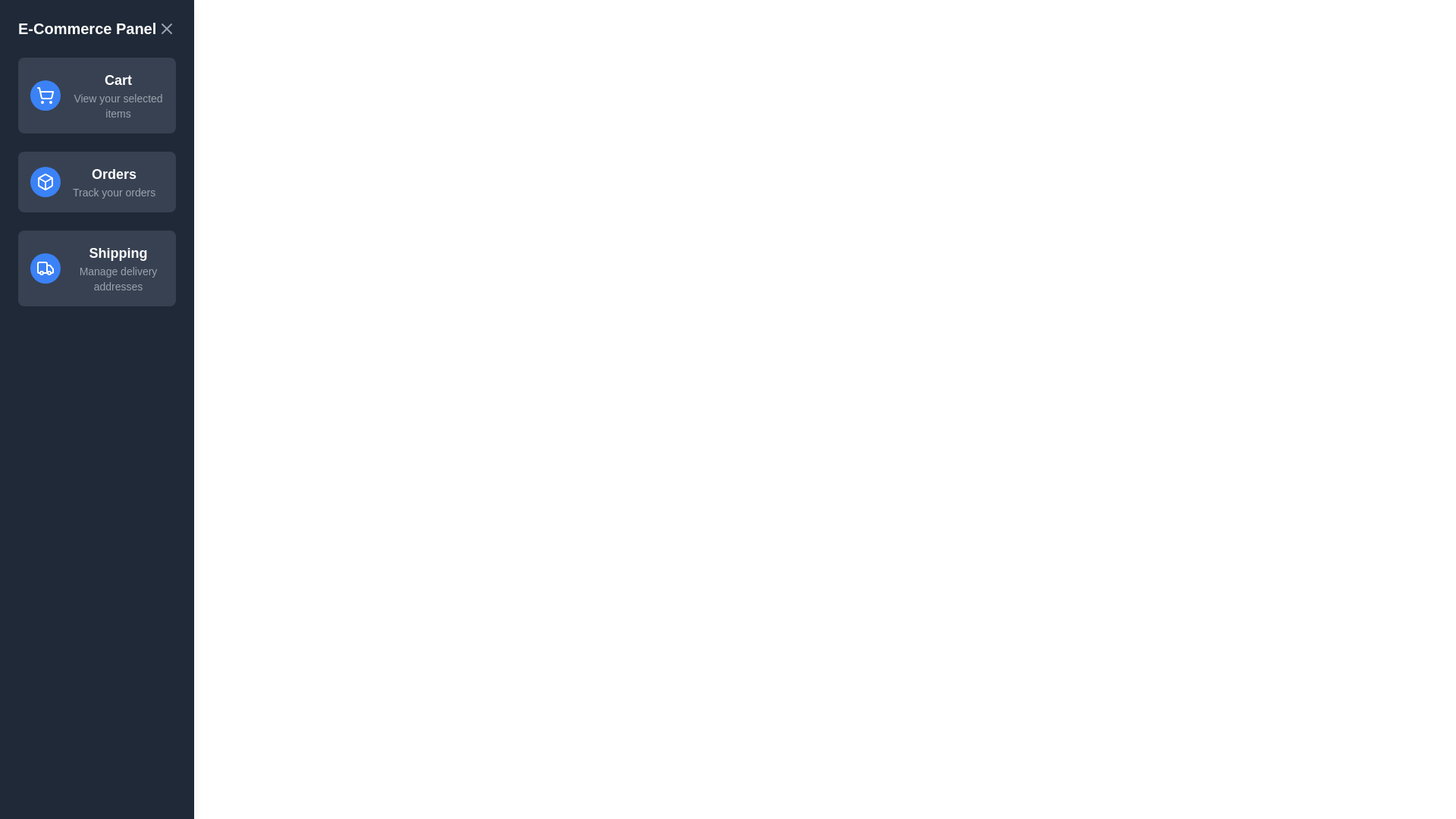  Describe the element at coordinates (96, 268) in the screenshot. I see `the 'Shipping' option in the ECommerceDrawer` at that location.